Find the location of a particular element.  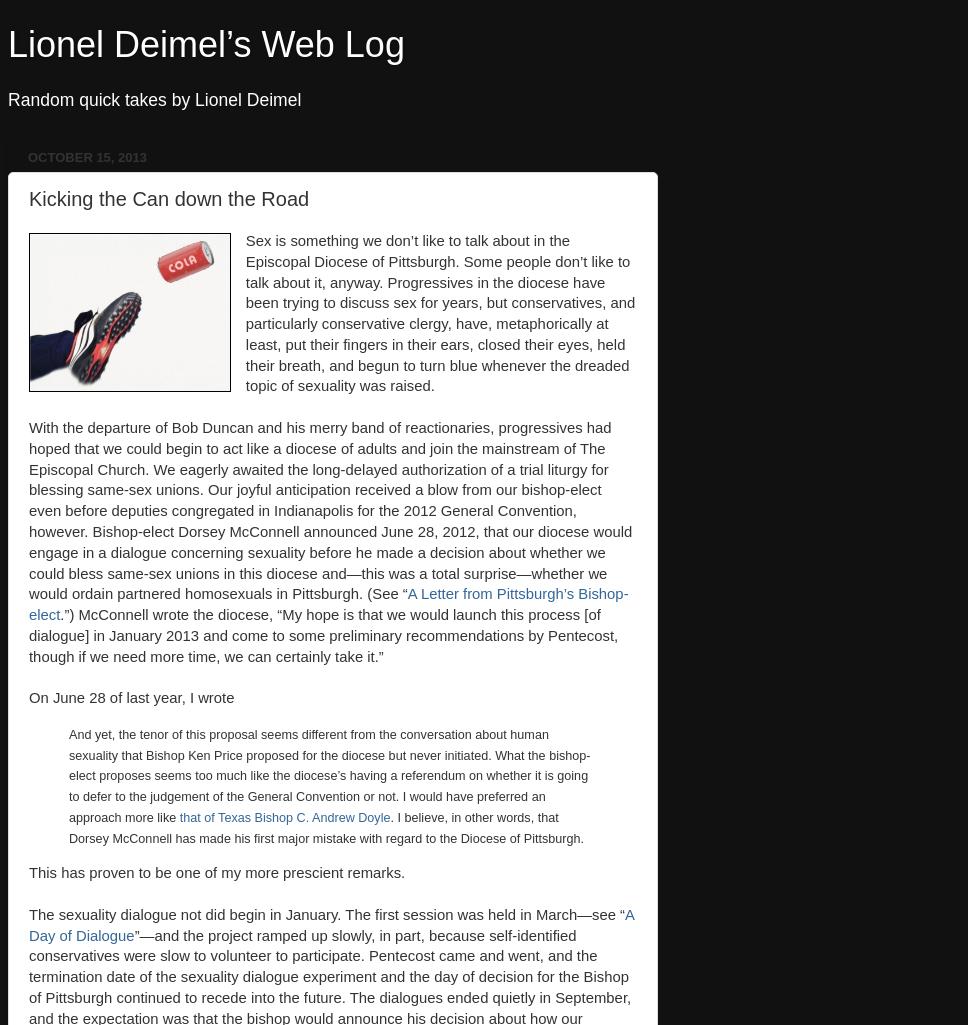

'October 15, 2013' is located at coordinates (87, 156).